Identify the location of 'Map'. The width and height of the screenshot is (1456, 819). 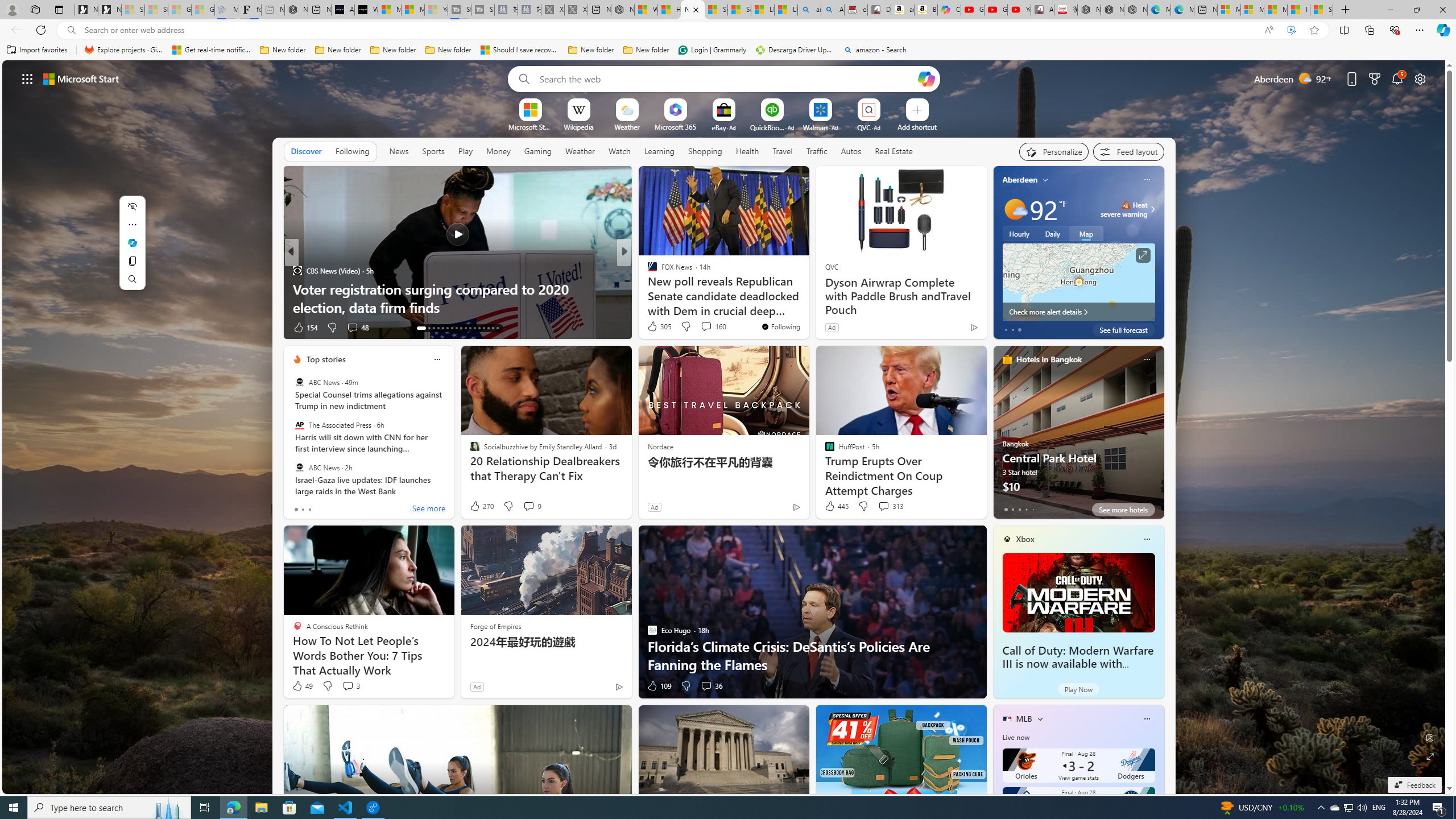
(1085, 233).